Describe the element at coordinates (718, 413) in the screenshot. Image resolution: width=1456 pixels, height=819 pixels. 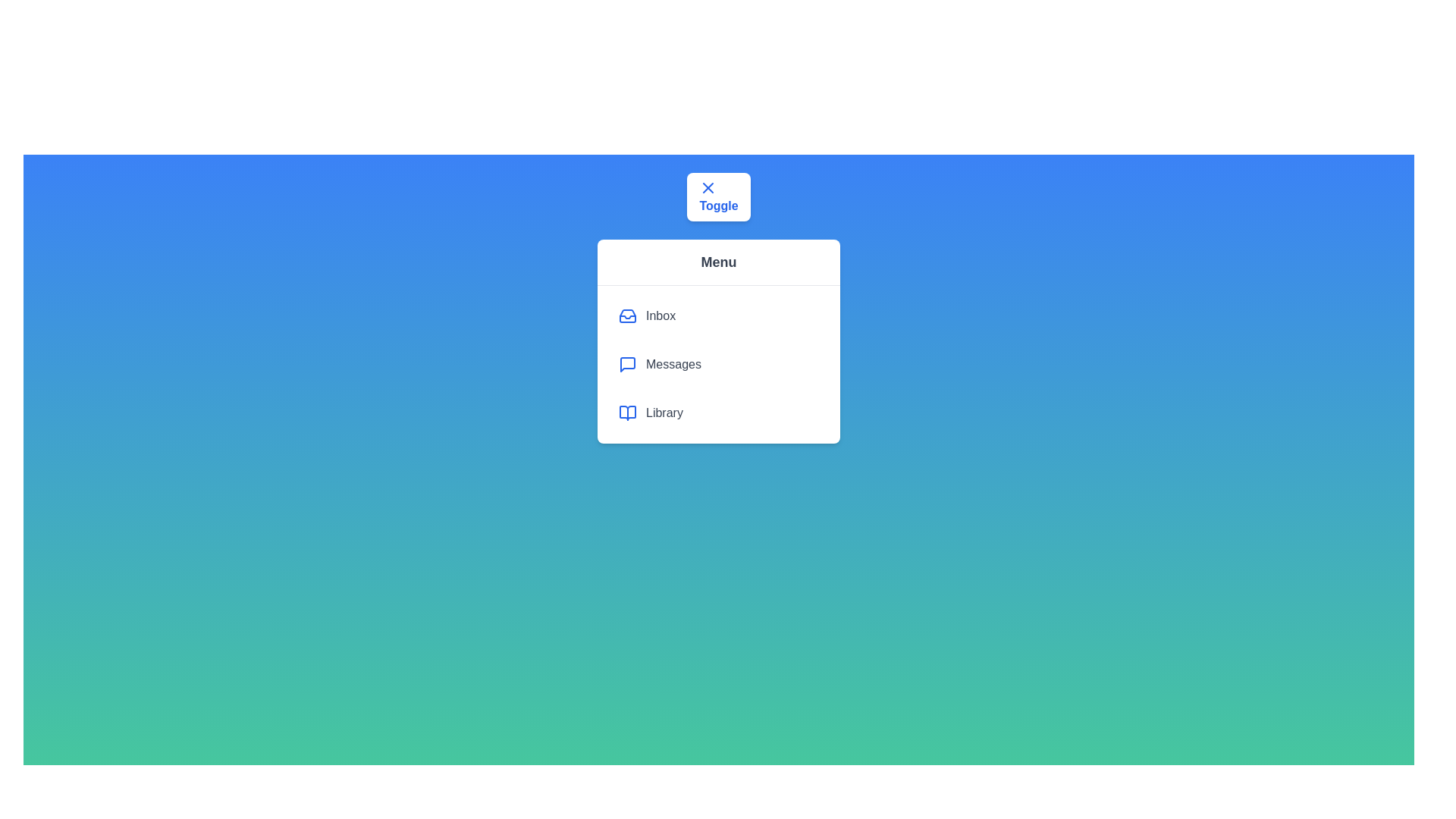
I see `the menu item Library to highlight it` at that location.